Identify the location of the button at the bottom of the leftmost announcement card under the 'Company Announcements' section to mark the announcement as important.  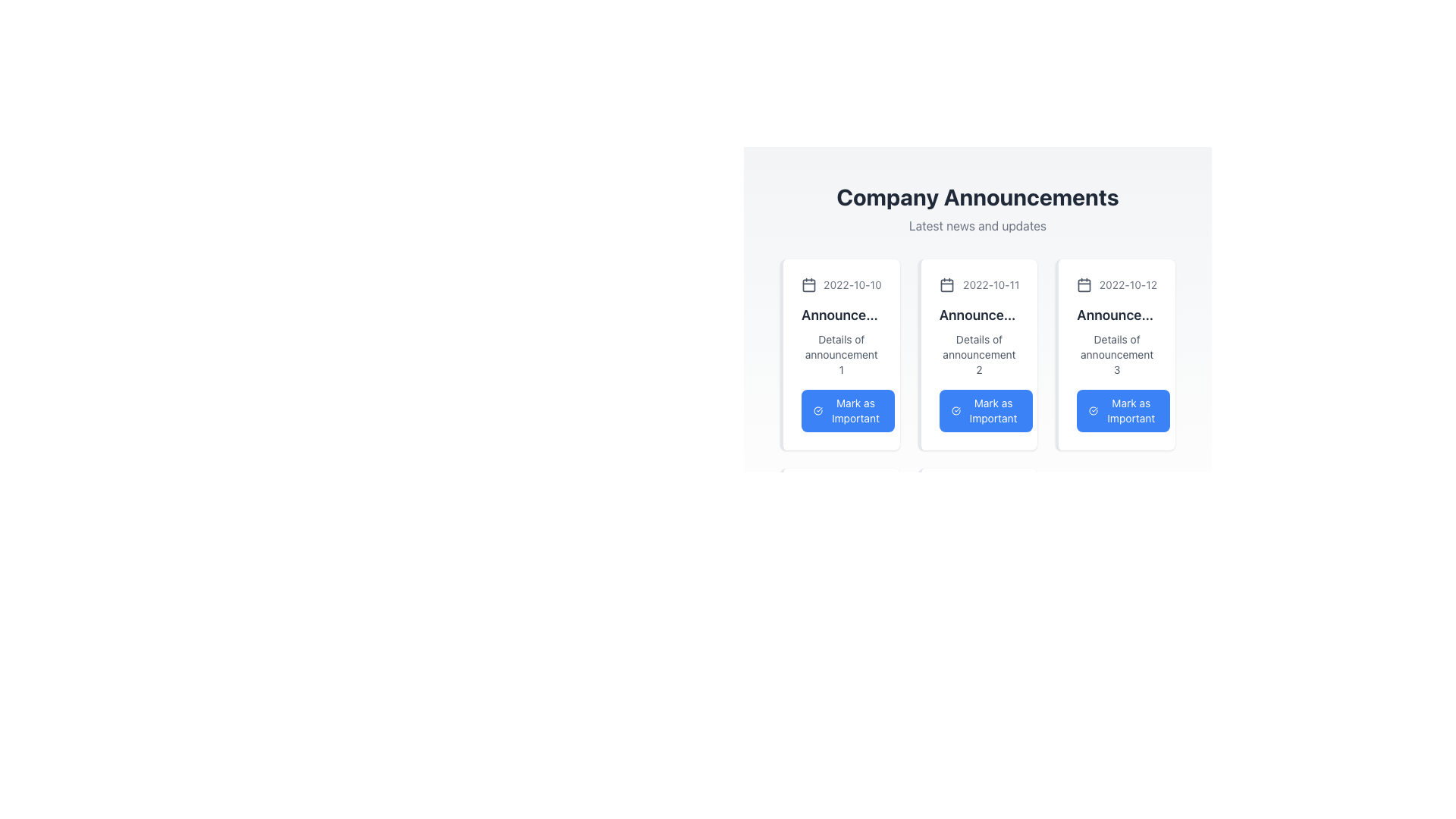
(847, 411).